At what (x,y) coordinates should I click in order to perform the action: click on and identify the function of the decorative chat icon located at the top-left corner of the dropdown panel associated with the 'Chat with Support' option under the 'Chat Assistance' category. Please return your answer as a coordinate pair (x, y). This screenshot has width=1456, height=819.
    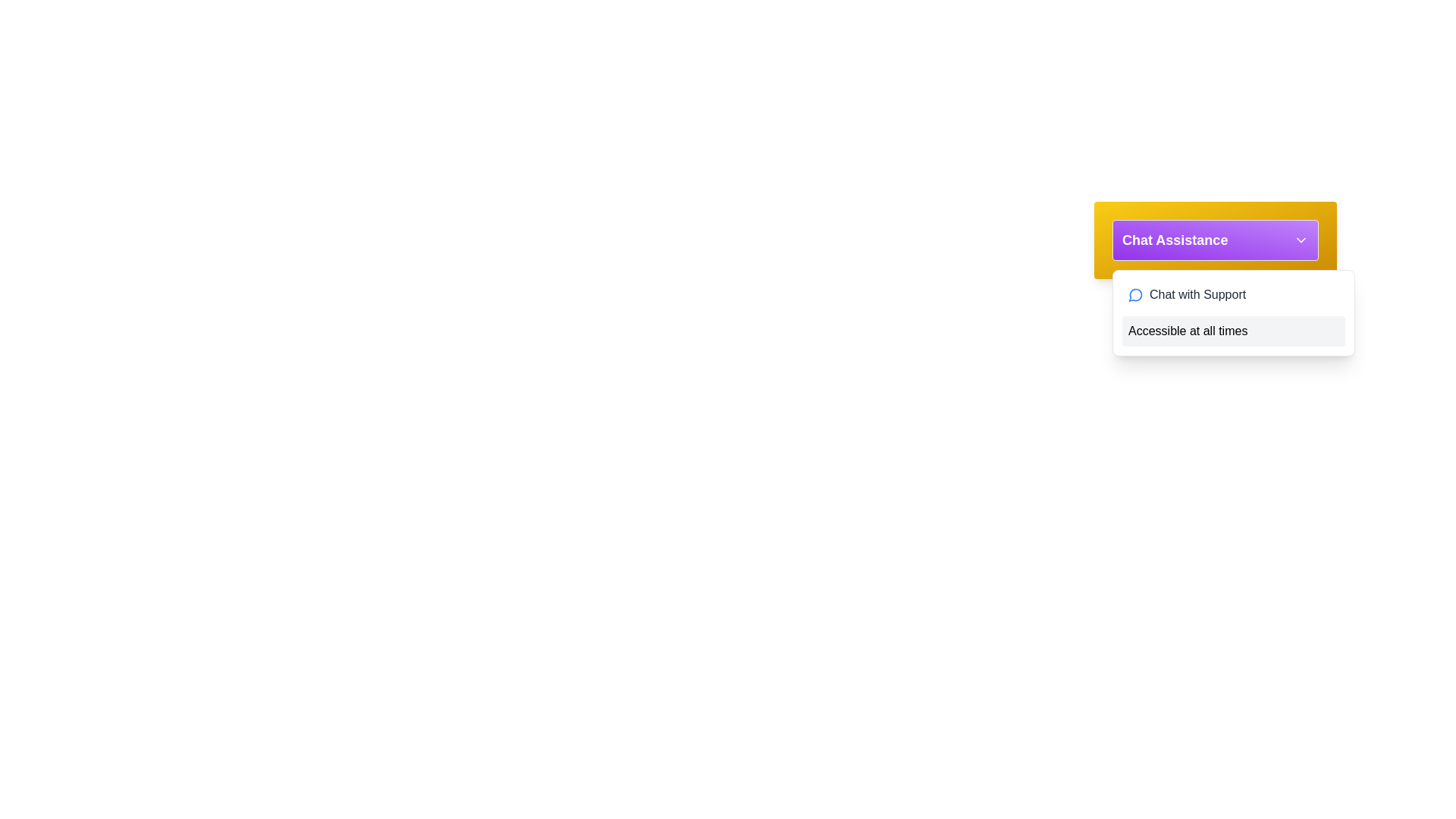
    Looking at the image, I should click on (1135, 295).